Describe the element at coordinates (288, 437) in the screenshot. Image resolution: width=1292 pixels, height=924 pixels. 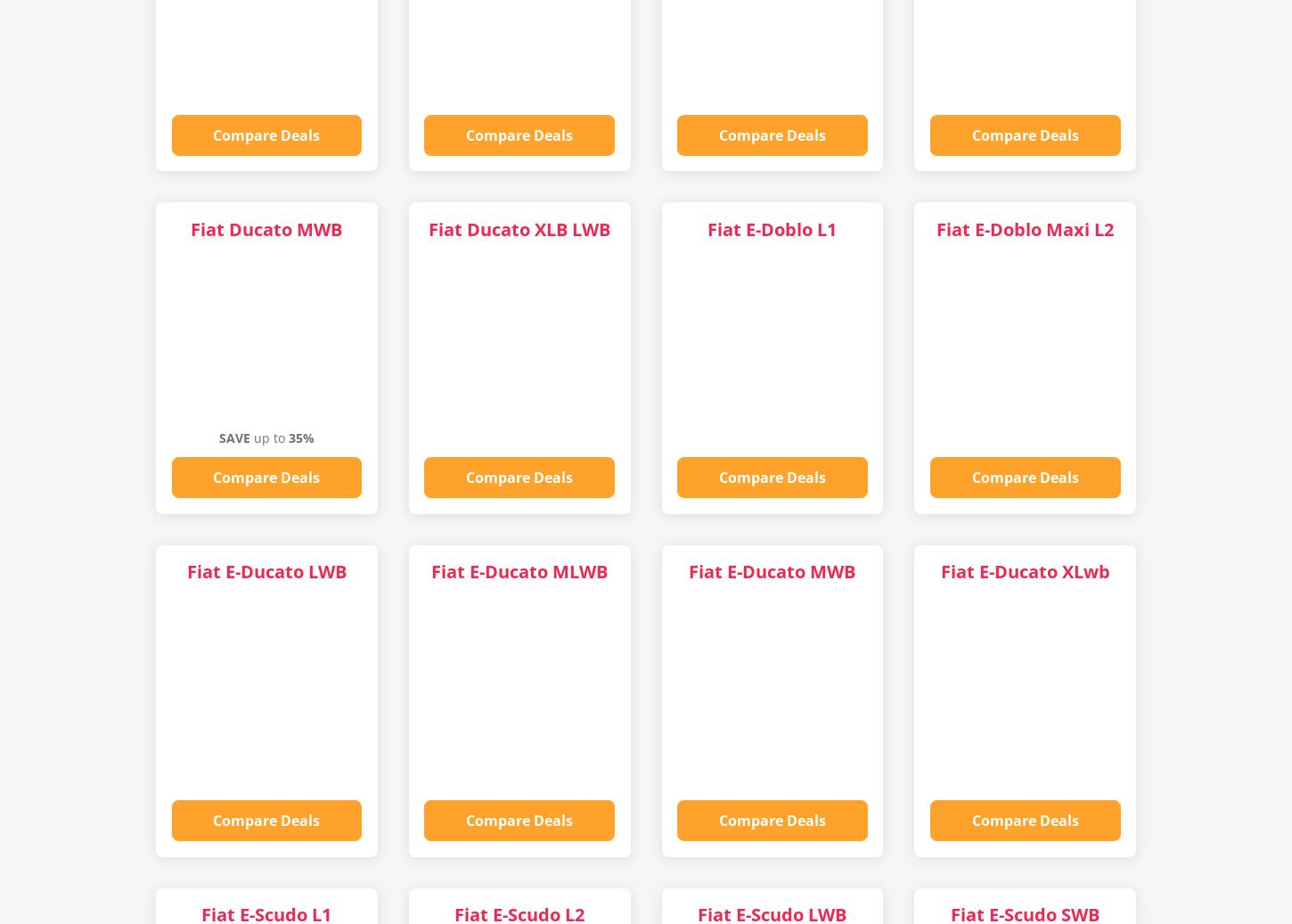
I see `'35%'` at that location.